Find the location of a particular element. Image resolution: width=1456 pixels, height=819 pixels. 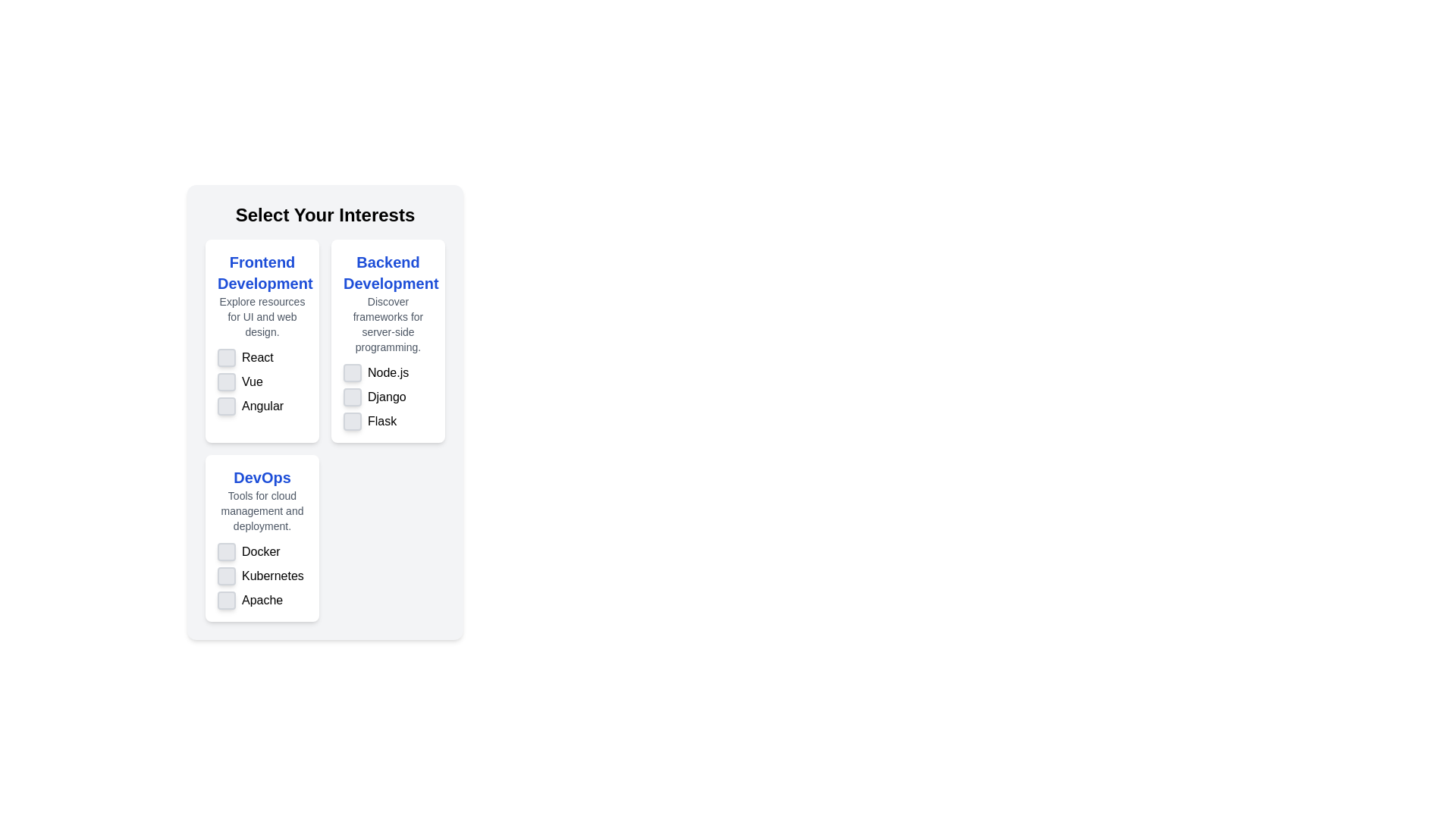

the checkbox for 'Angular' under the 'Frontend Development' category to observe any hover effects is located at coordinates (225, 406).